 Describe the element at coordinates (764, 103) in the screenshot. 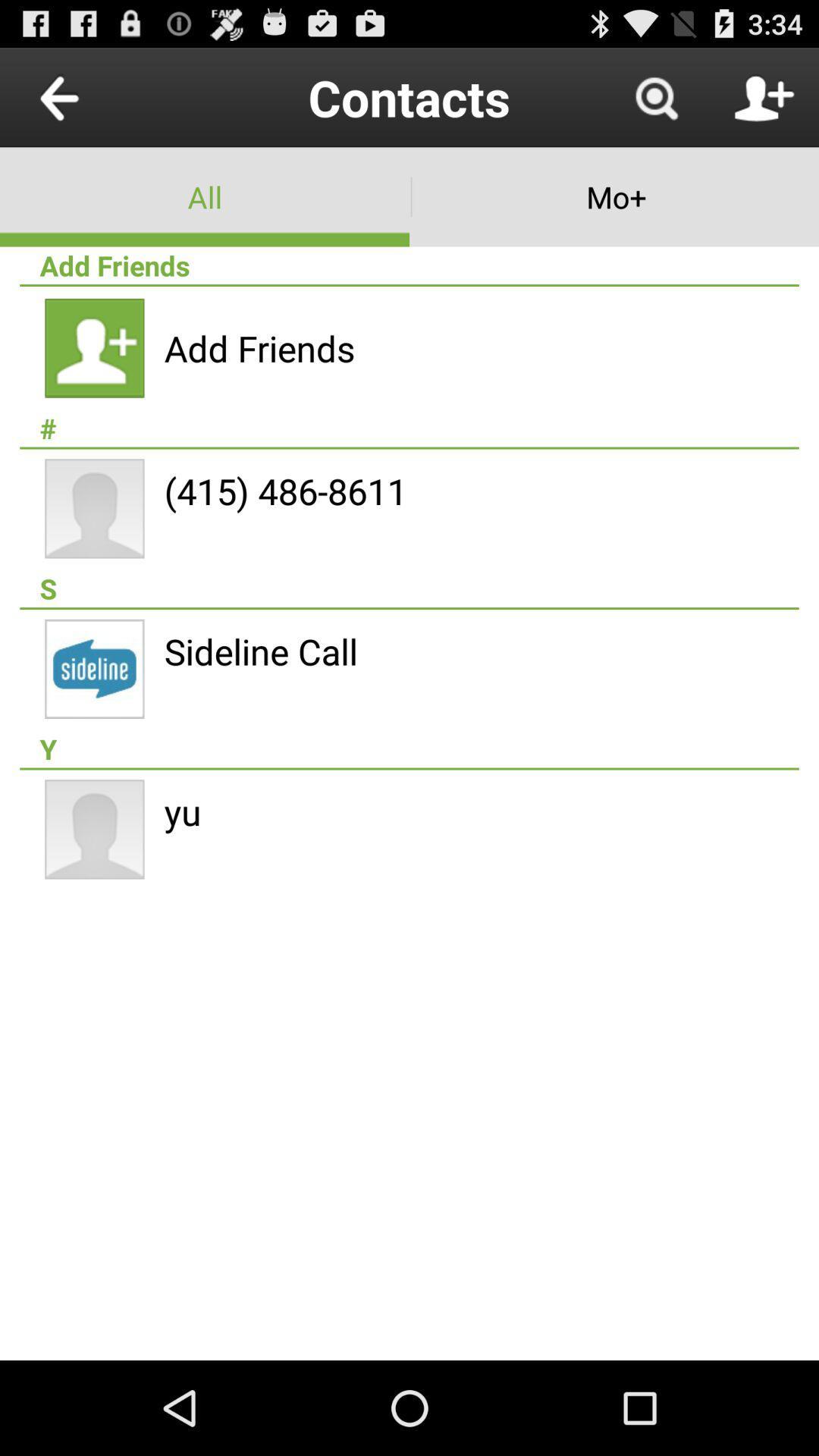

I see `the follow icon` at that location.